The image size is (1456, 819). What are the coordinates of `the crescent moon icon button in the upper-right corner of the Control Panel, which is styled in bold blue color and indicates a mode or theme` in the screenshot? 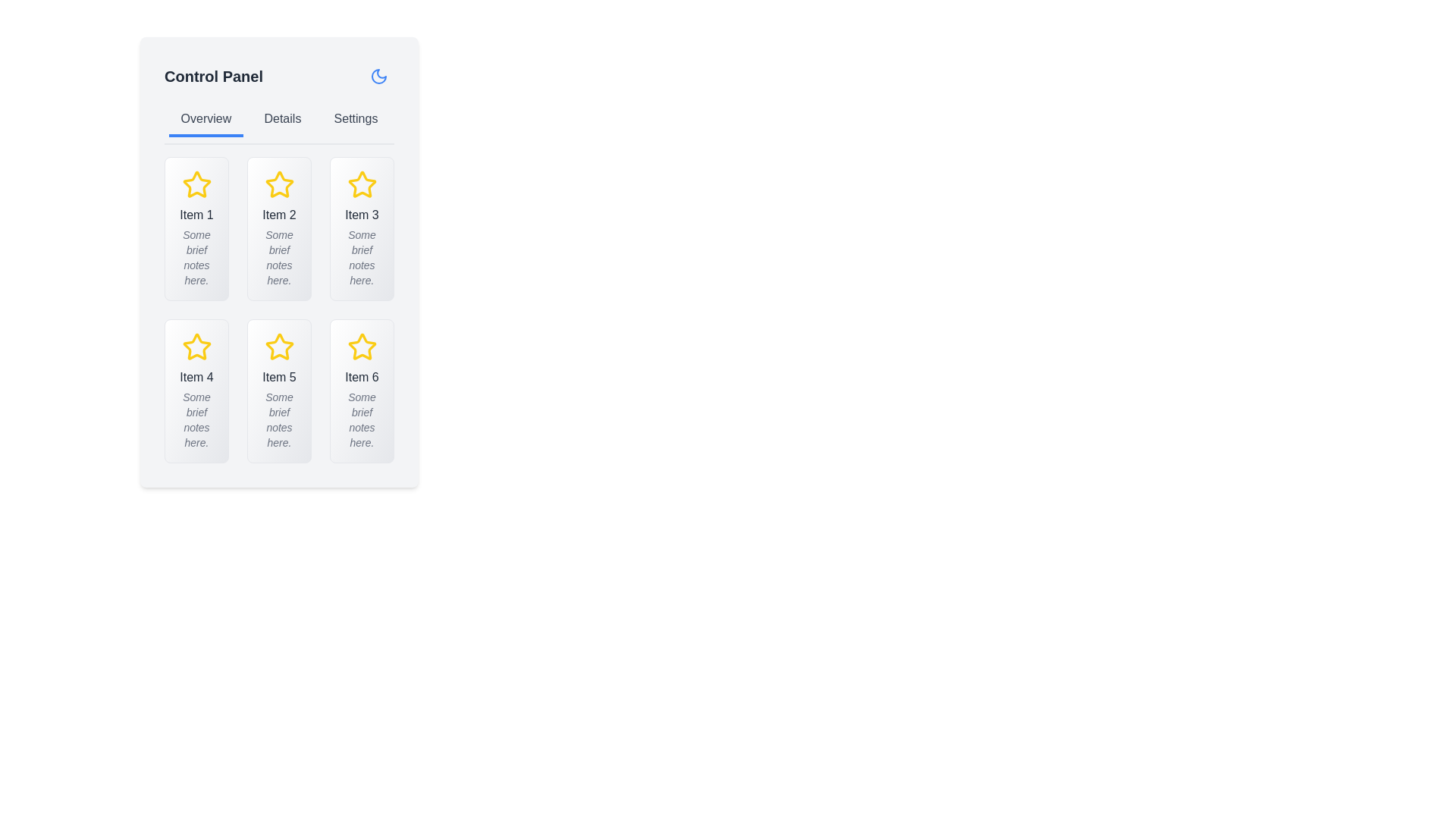 It's located at (378, 76).